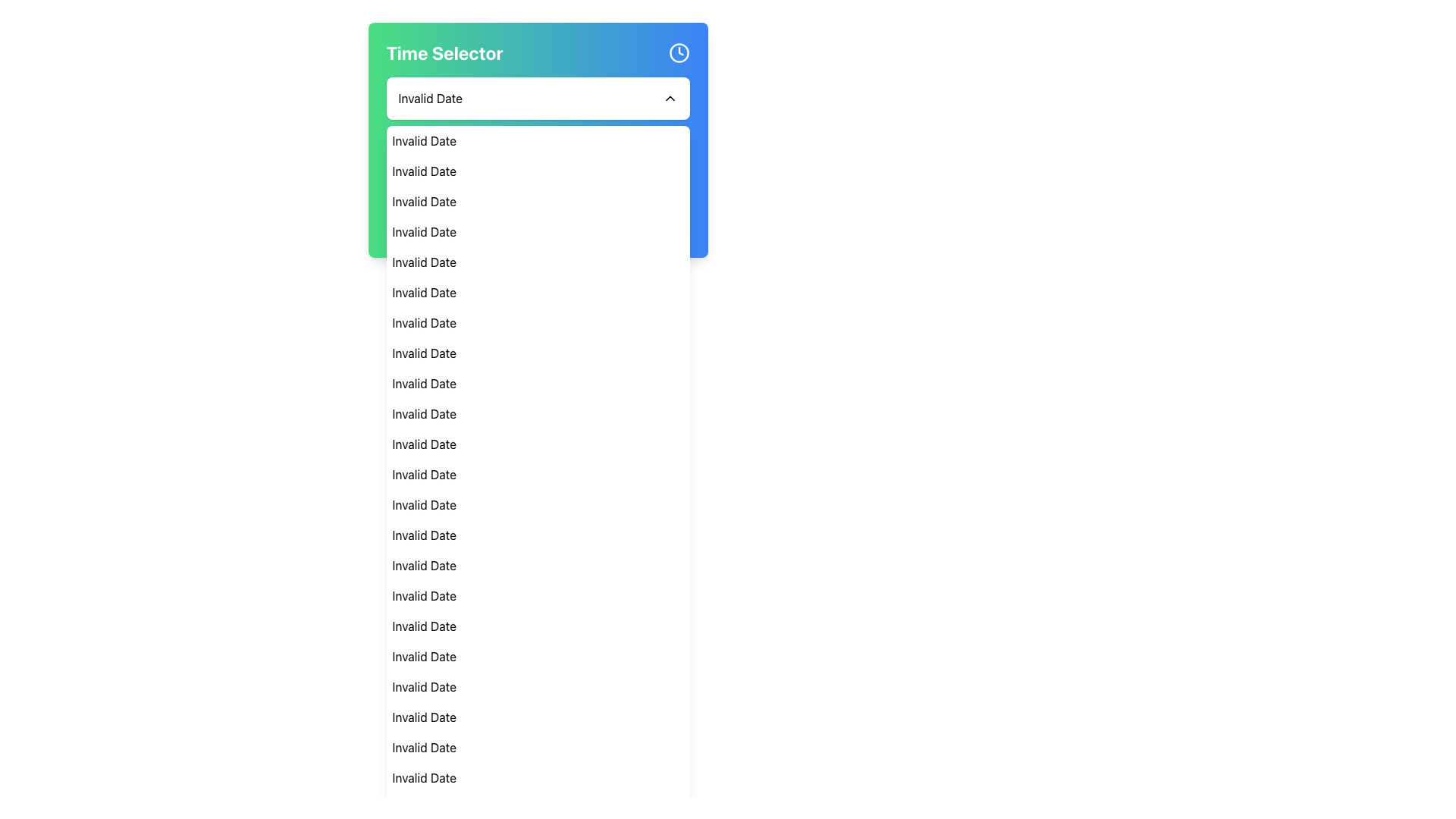  Describe the element at coordinates (538, 473) in the screenshot. I see `the twelfth item in the dropdown menu` at that location.